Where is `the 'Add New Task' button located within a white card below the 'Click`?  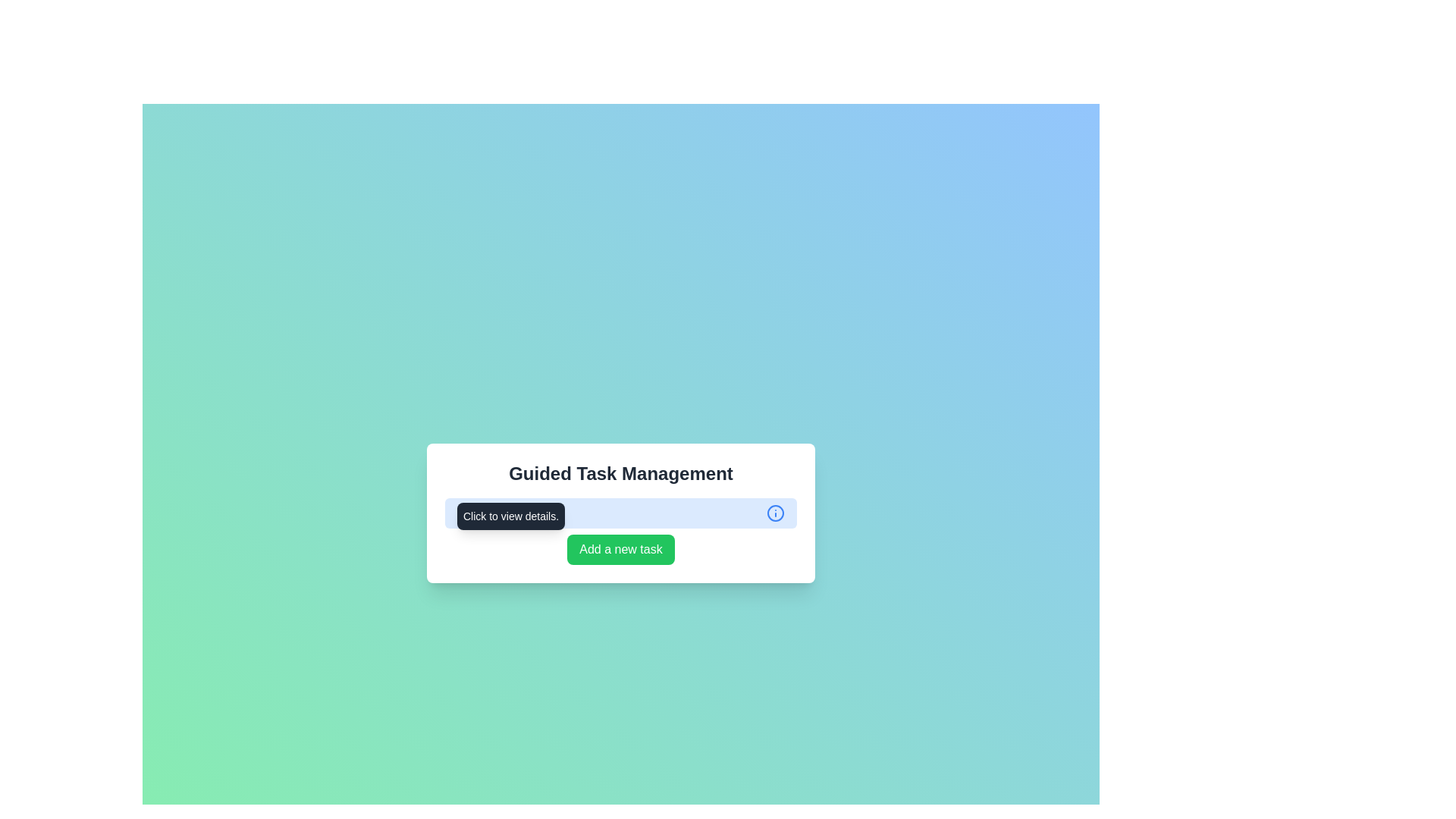
the 'Add New Task' button located within a white card below the 'Click is located at coordinates (621, 531).